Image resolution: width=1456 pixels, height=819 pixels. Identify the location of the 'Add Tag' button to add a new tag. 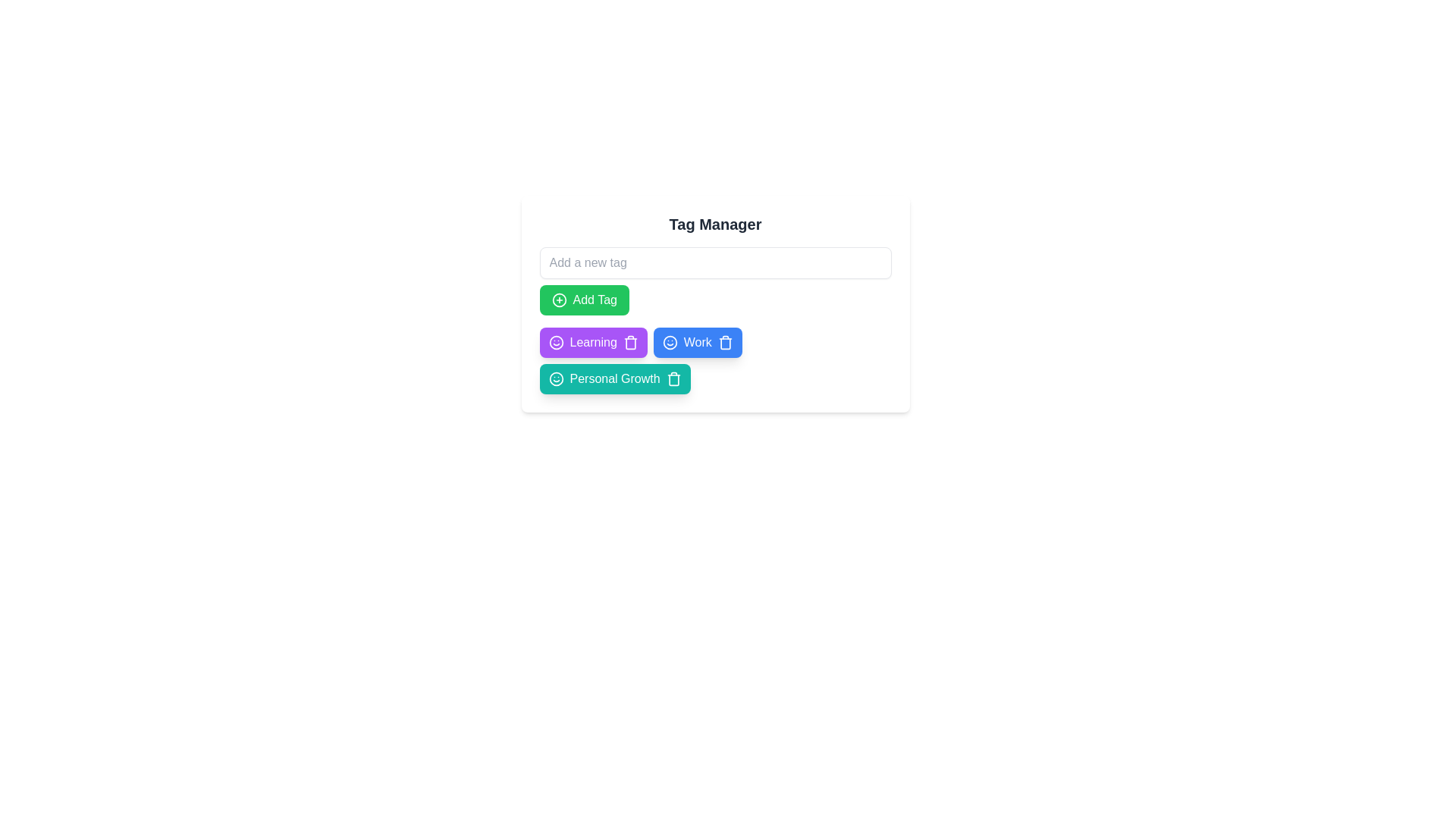
(583, 300).